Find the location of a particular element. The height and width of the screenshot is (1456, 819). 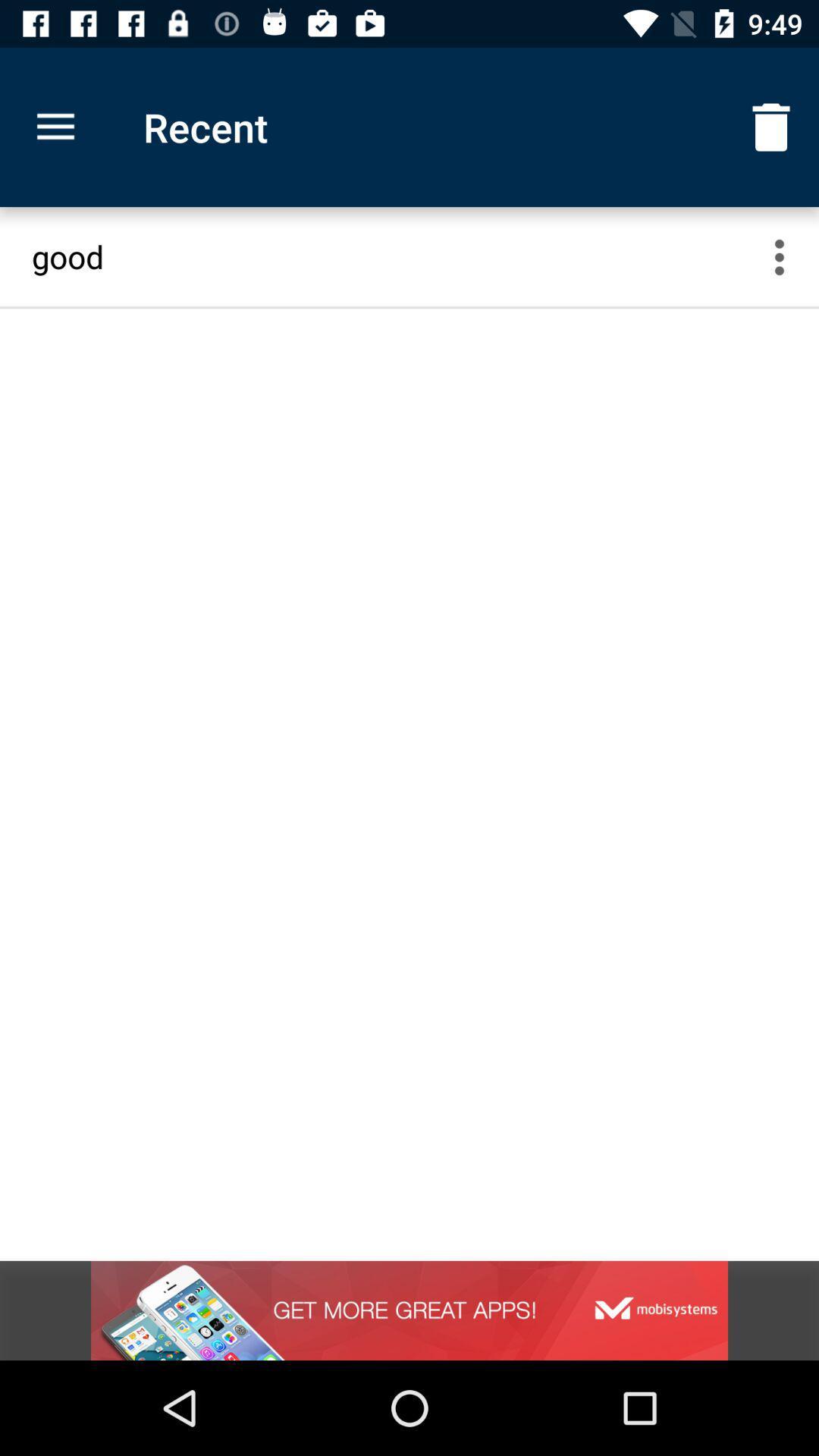

the item below good icon is located at coordinates (409, 1310).